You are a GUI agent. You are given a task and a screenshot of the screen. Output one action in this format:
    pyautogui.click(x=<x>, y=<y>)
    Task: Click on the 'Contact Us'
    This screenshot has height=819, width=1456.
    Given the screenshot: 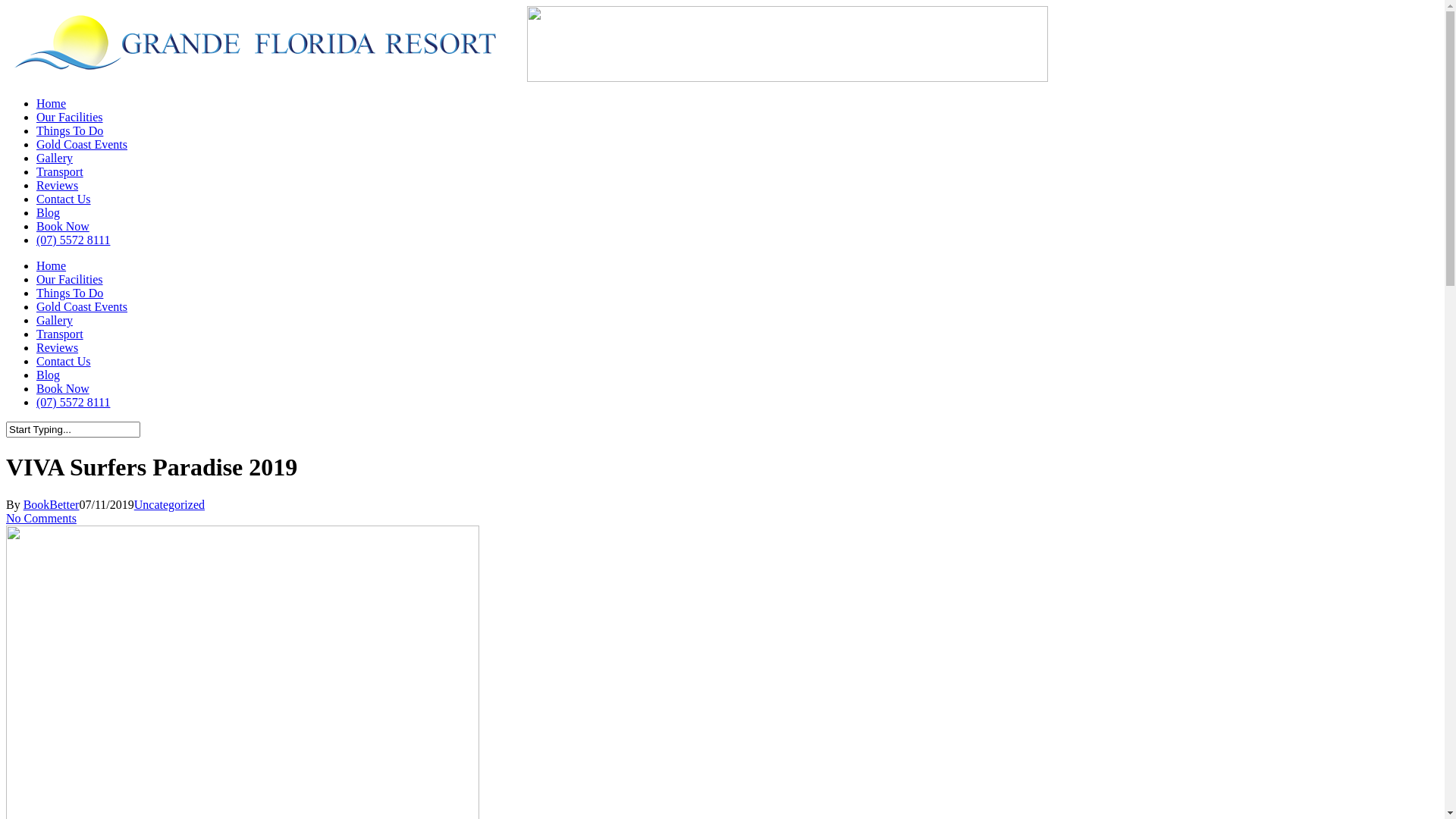 What is the action you would take?
    pyautogui.click(x=62, y=361)
    